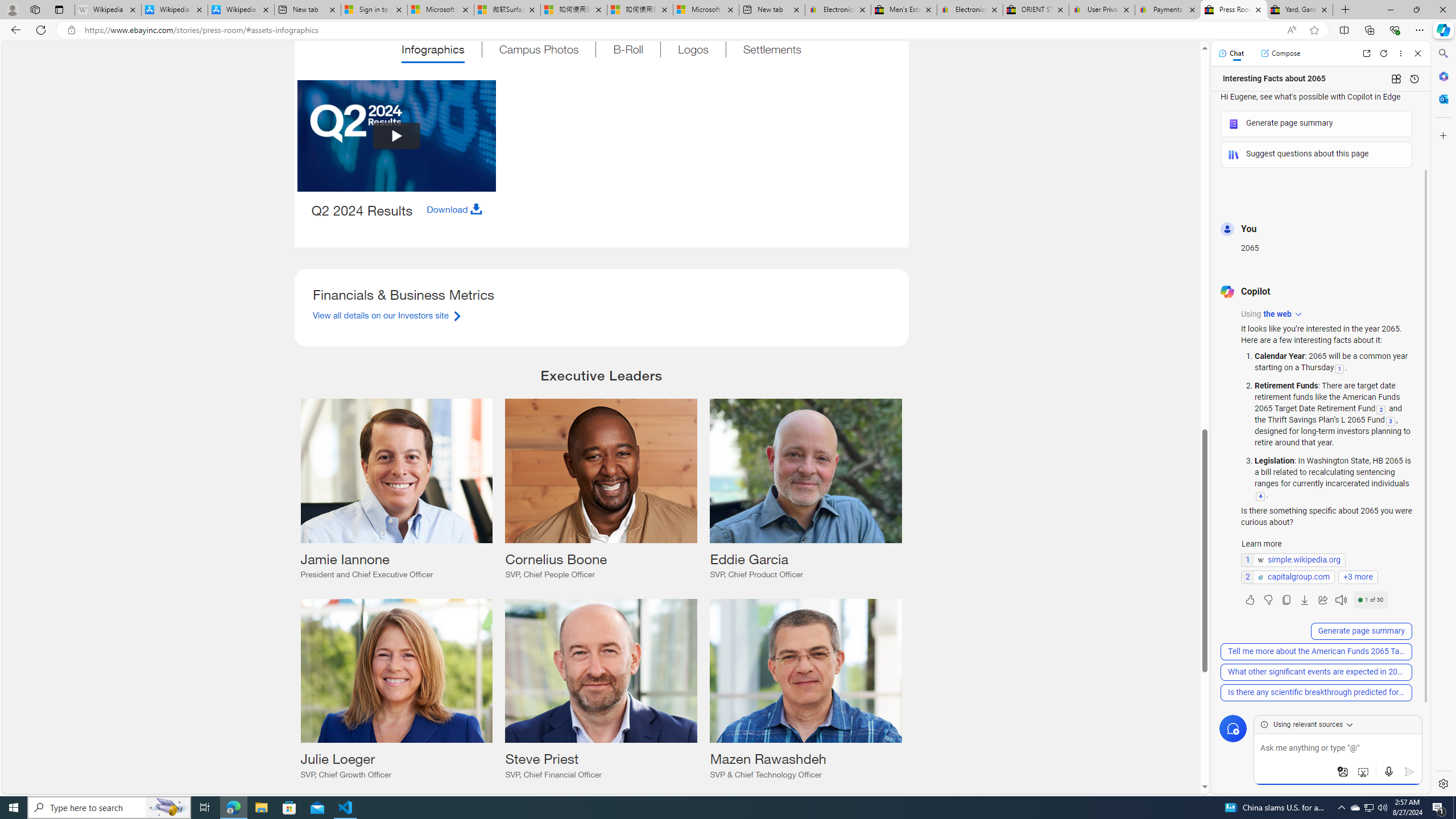 This screenshot has width=1456, height=819. What do you see at coordinates (1233, 9) in the screenshot?
I see `'Press Room - eBay Inc.'` at bounding box center [1233, 9].